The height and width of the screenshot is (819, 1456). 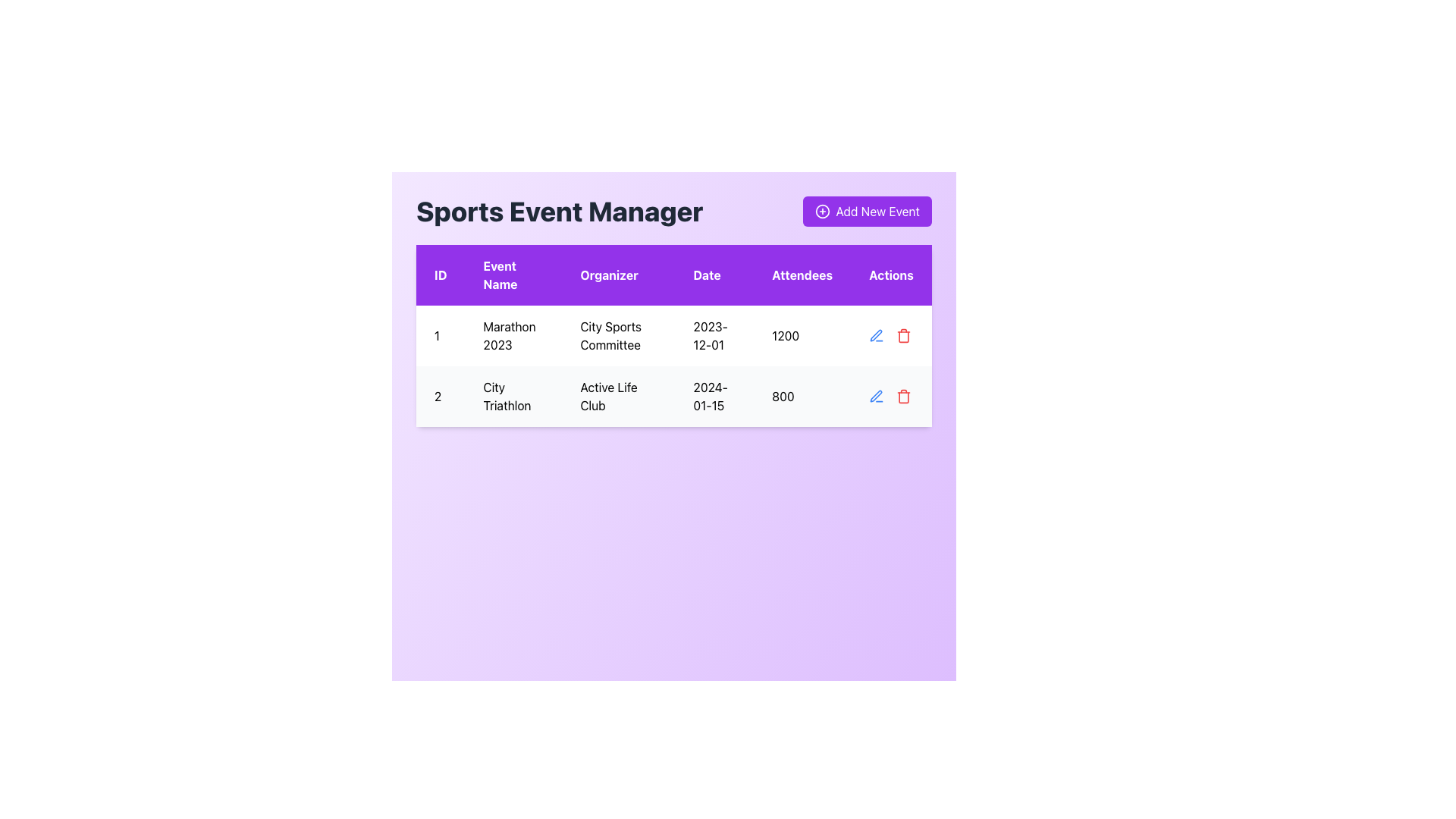 What do you see at coordinates (513, 335) in the screenshot?
I see `the table cell content displaying the event name 'Marathon 2023' located in the second column of the first row of the data table` at bounding box center [513, 335].